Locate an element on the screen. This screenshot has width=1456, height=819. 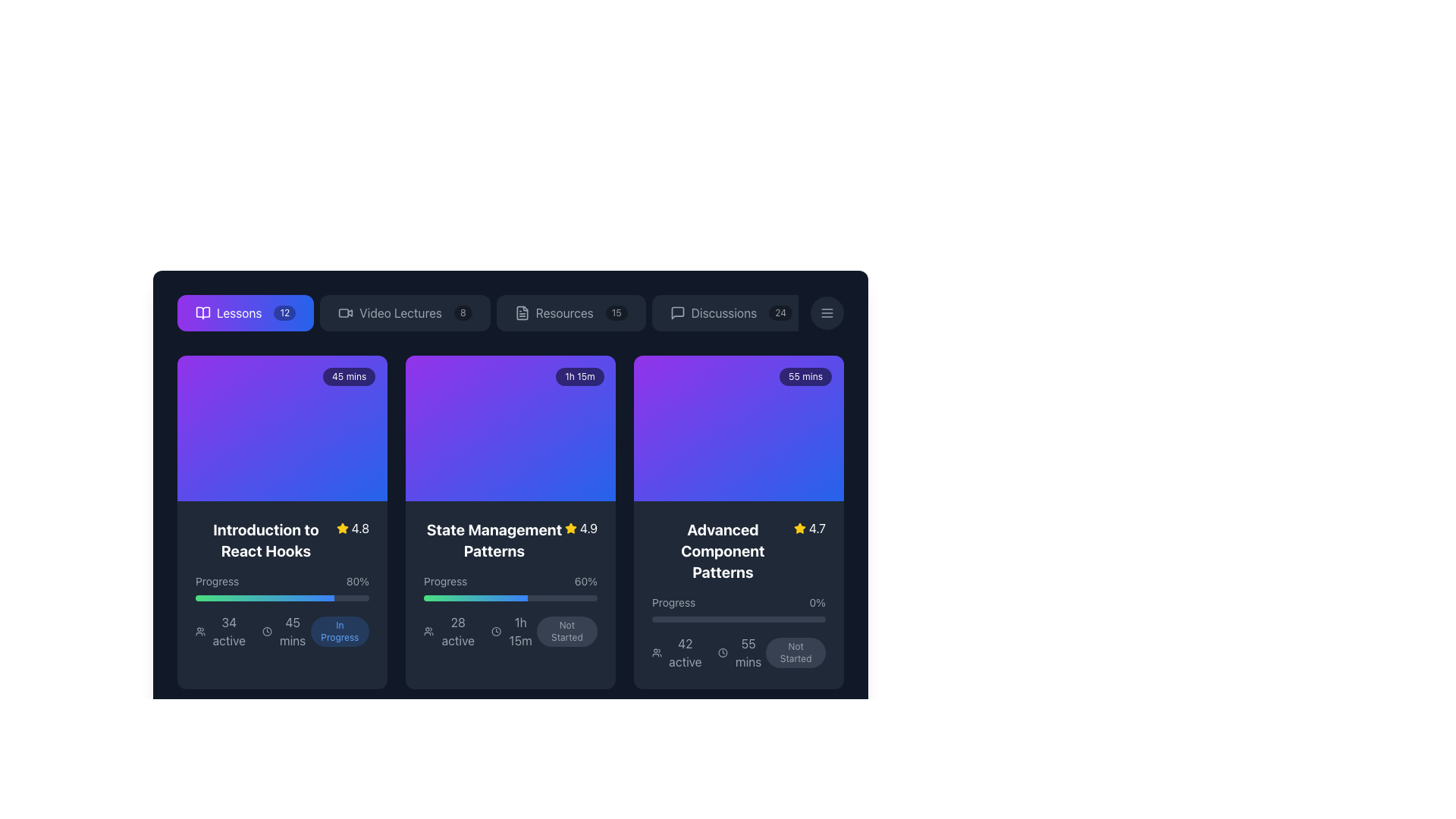
the Rating display showing a numerical rating '4.7' in bold white font with a yellow star icon to its left, located in the bottom-right corner of the 'Advanced Component Patterns' box is located at coordinates (808, 528).